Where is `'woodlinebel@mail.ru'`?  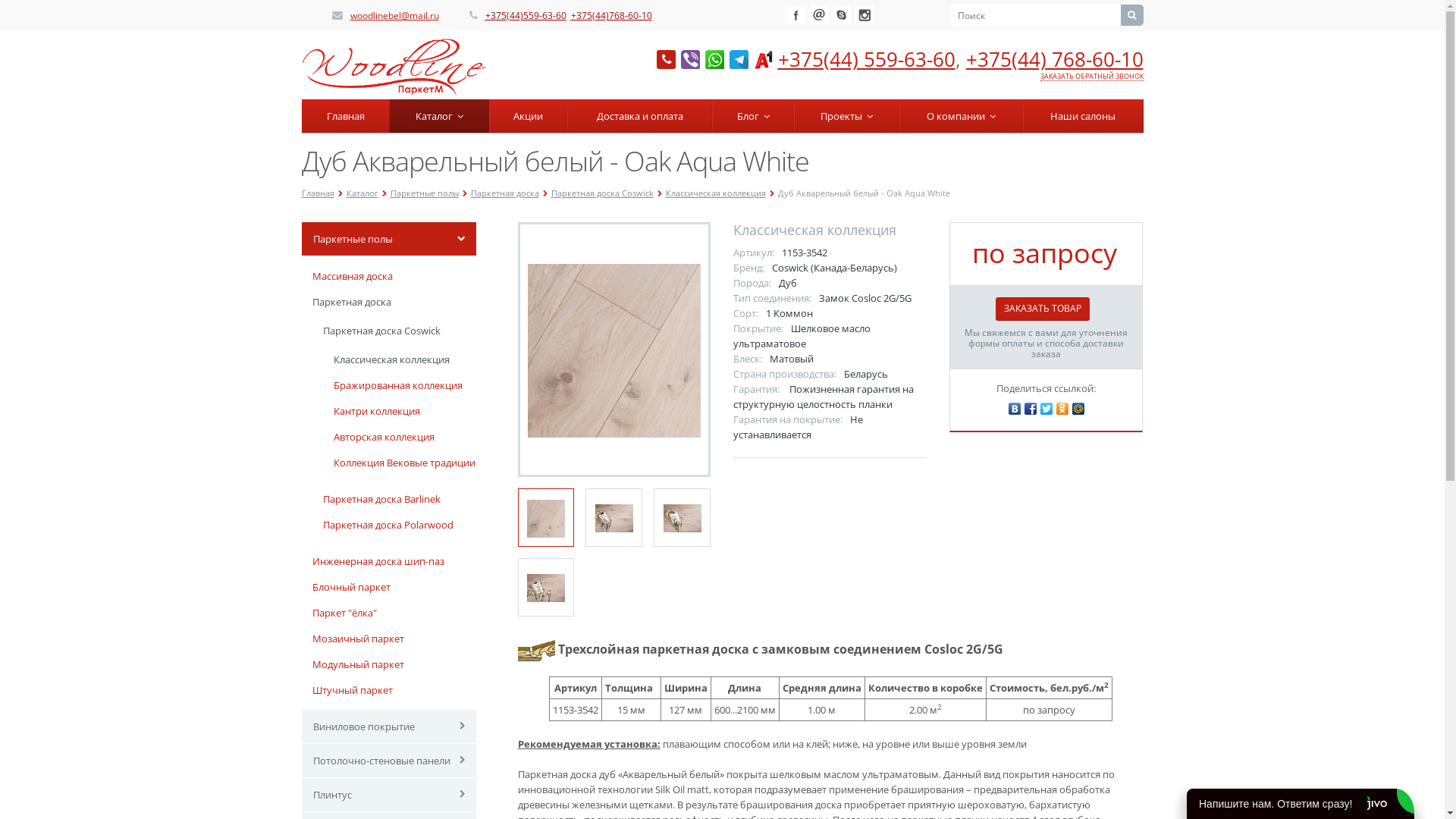
'woodlinebel@mail.ru' is located at coordinates (349, 15).